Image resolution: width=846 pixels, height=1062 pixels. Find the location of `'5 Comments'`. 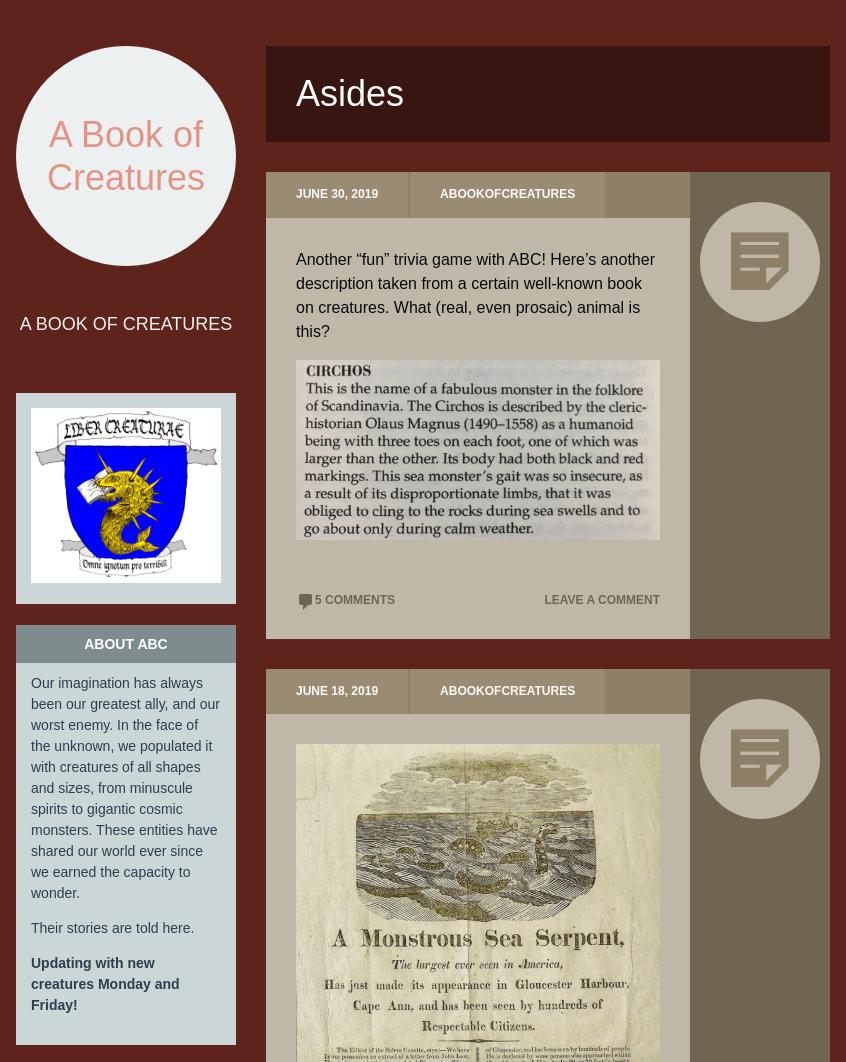

'5 Comments' is located at coordinates (313, 600).